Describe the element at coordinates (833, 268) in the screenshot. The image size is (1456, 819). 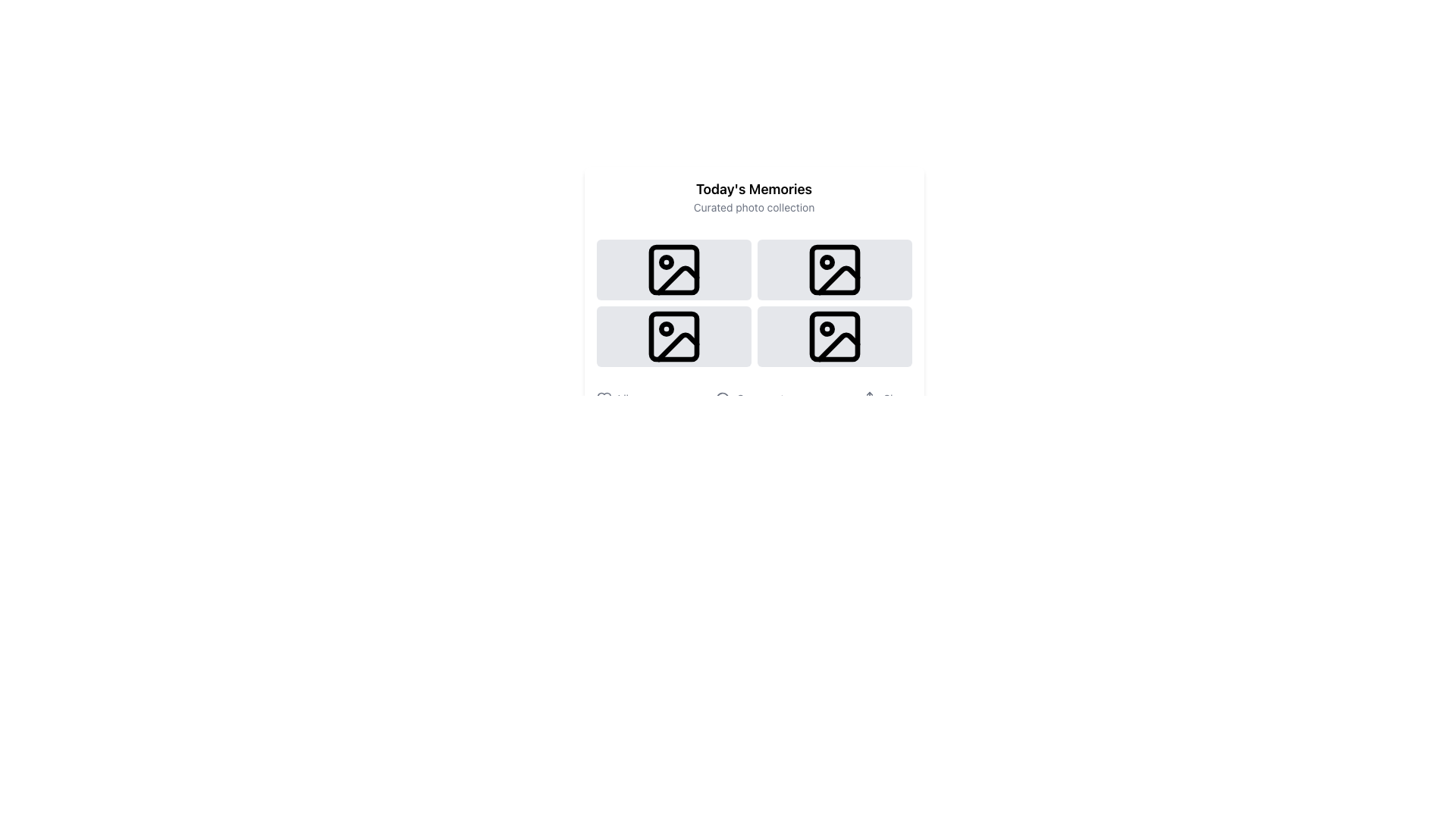
I see `the second image placeholder in the grid layout, positioned towards the top center-right of the interface` at that location.